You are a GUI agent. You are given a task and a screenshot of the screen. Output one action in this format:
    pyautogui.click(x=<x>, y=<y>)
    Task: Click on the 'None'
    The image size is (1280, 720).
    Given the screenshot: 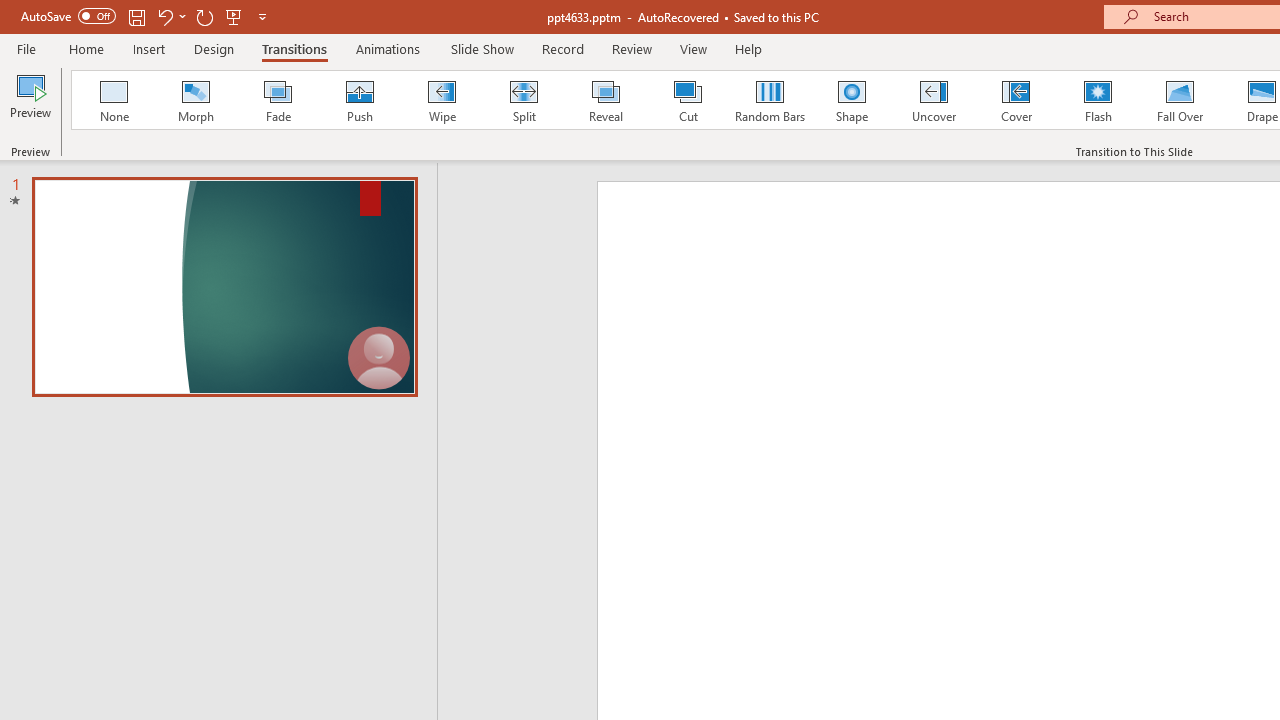 What is the action you would take?
    pyautogui.click(x=112, y=100)
    